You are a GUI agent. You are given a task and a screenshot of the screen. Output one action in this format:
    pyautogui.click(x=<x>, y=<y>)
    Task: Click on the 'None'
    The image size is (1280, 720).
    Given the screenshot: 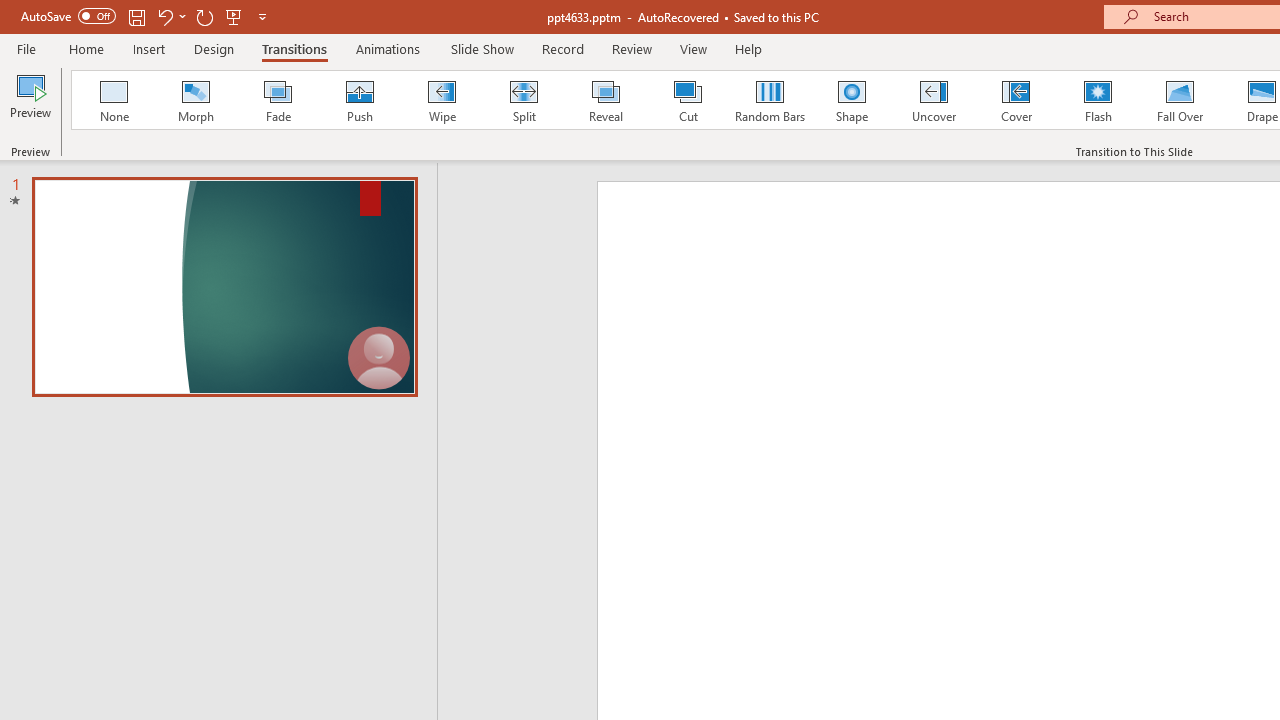 What is the action you would take?
    pyautogui.click(x=112, y=100)
    